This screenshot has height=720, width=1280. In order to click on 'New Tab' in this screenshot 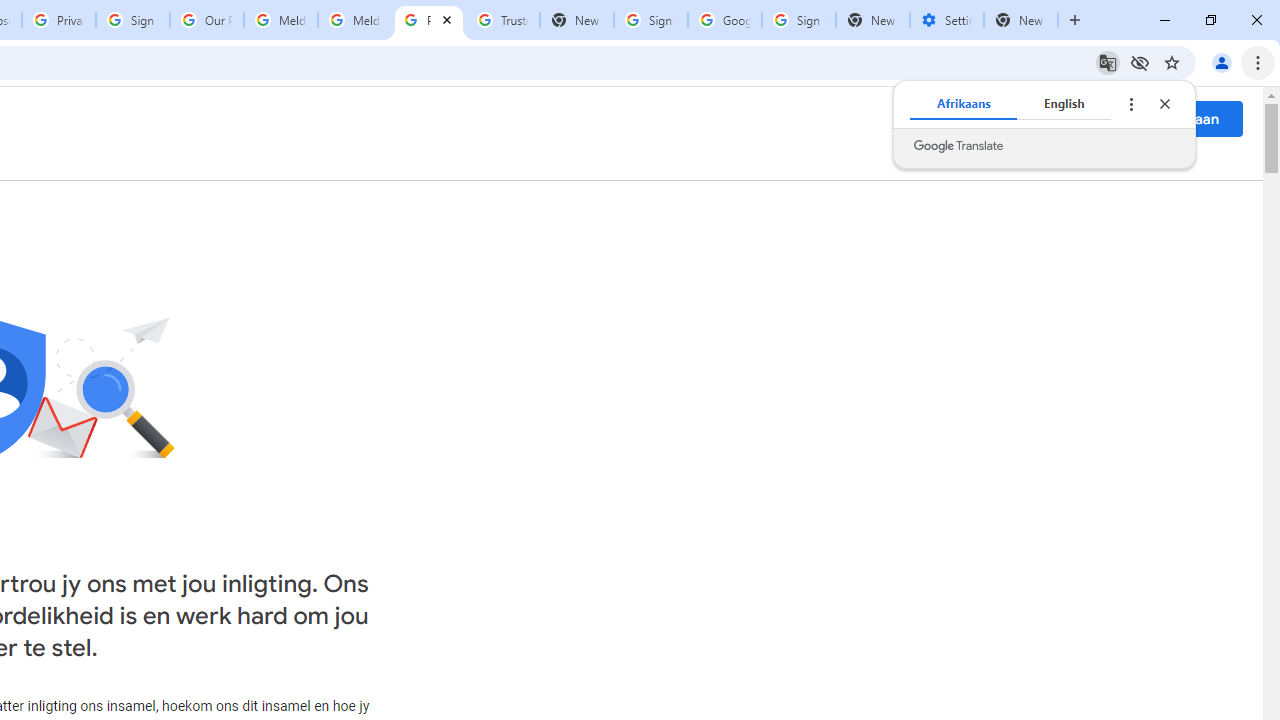, I will do `click(1021, 20)`.